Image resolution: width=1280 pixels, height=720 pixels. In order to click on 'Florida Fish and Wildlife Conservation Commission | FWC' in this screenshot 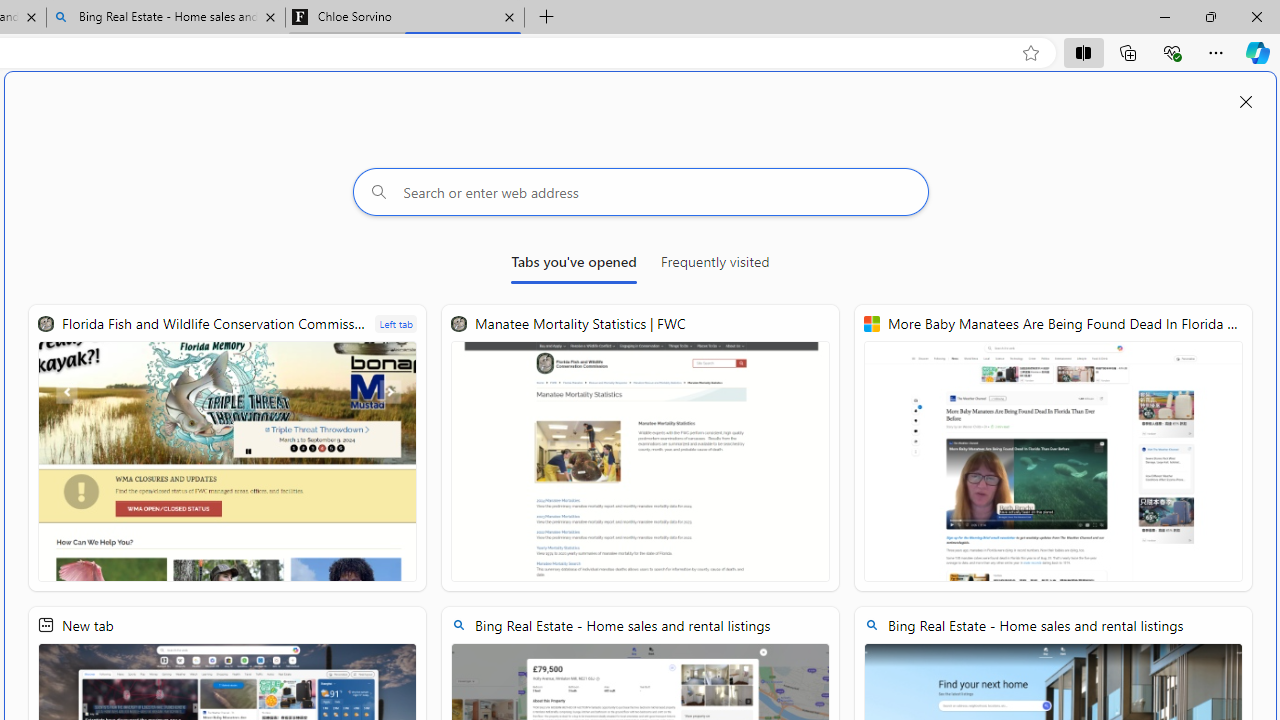, I will do `click(227, 447)`.